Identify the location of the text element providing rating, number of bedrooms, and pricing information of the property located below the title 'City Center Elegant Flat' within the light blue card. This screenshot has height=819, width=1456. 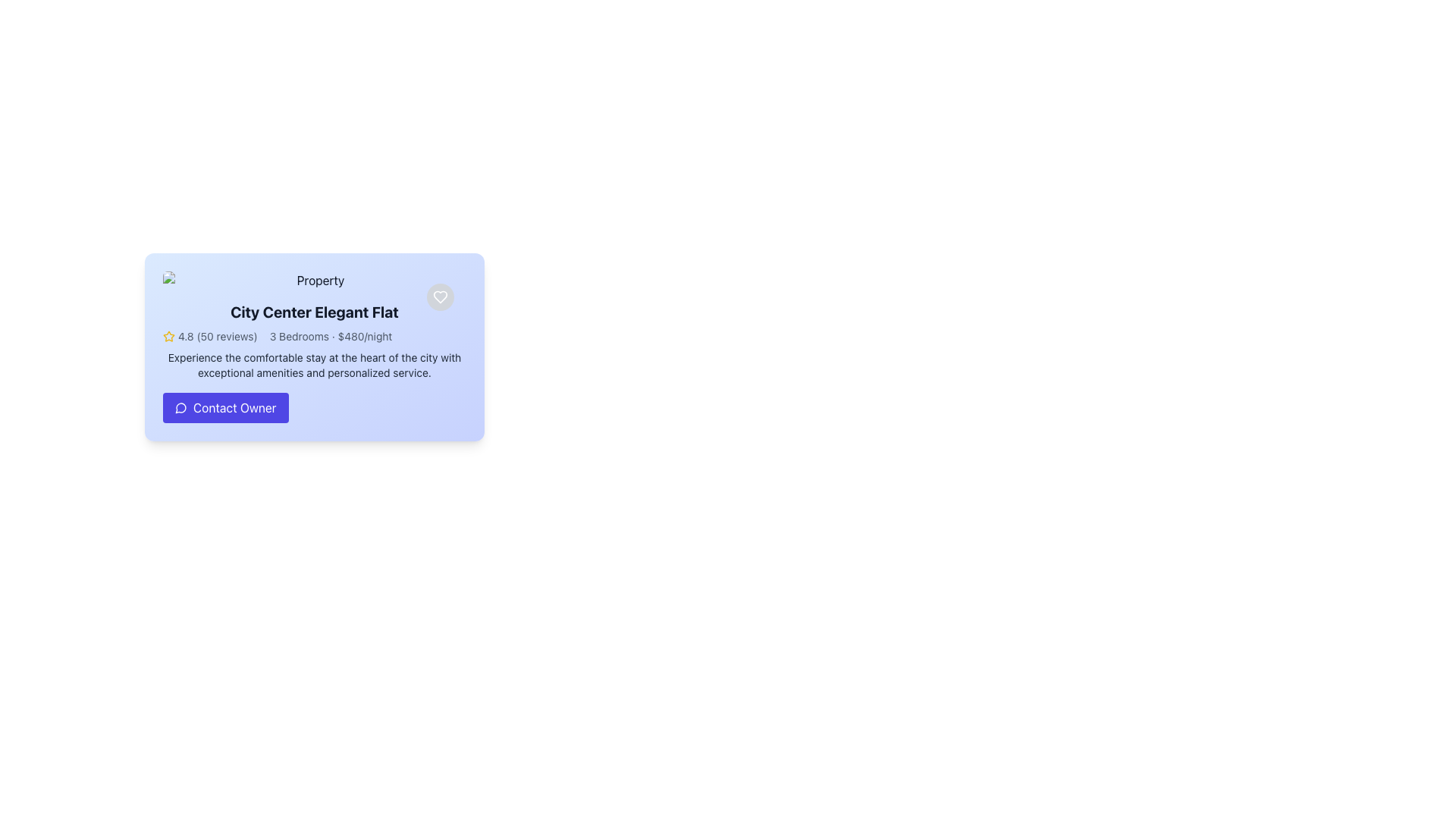
(313, 335).